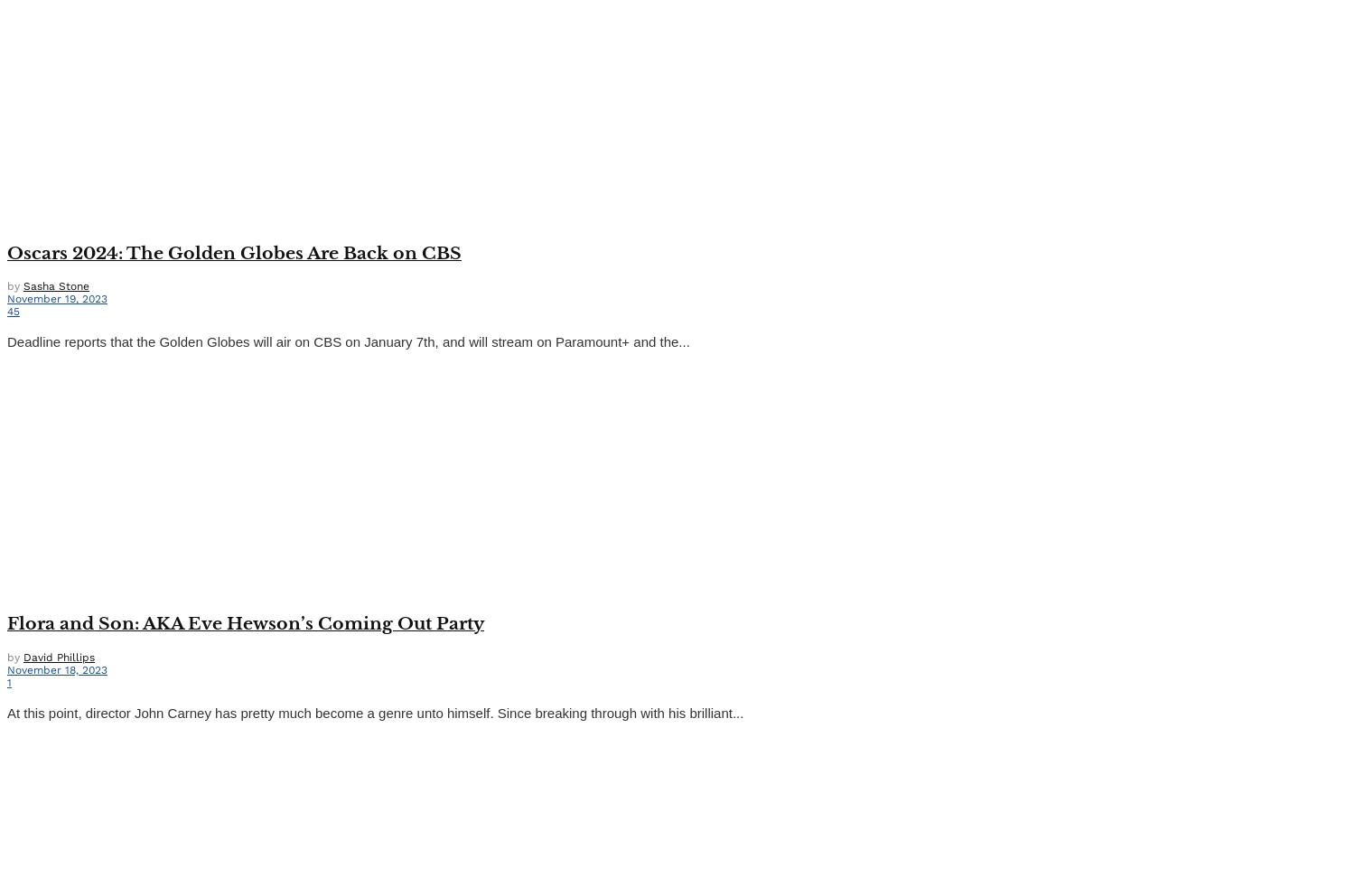 The image size is (1355, 896). Describe the element at coordinates (6, 681) in the screenshot. I see `'1'` at that location.